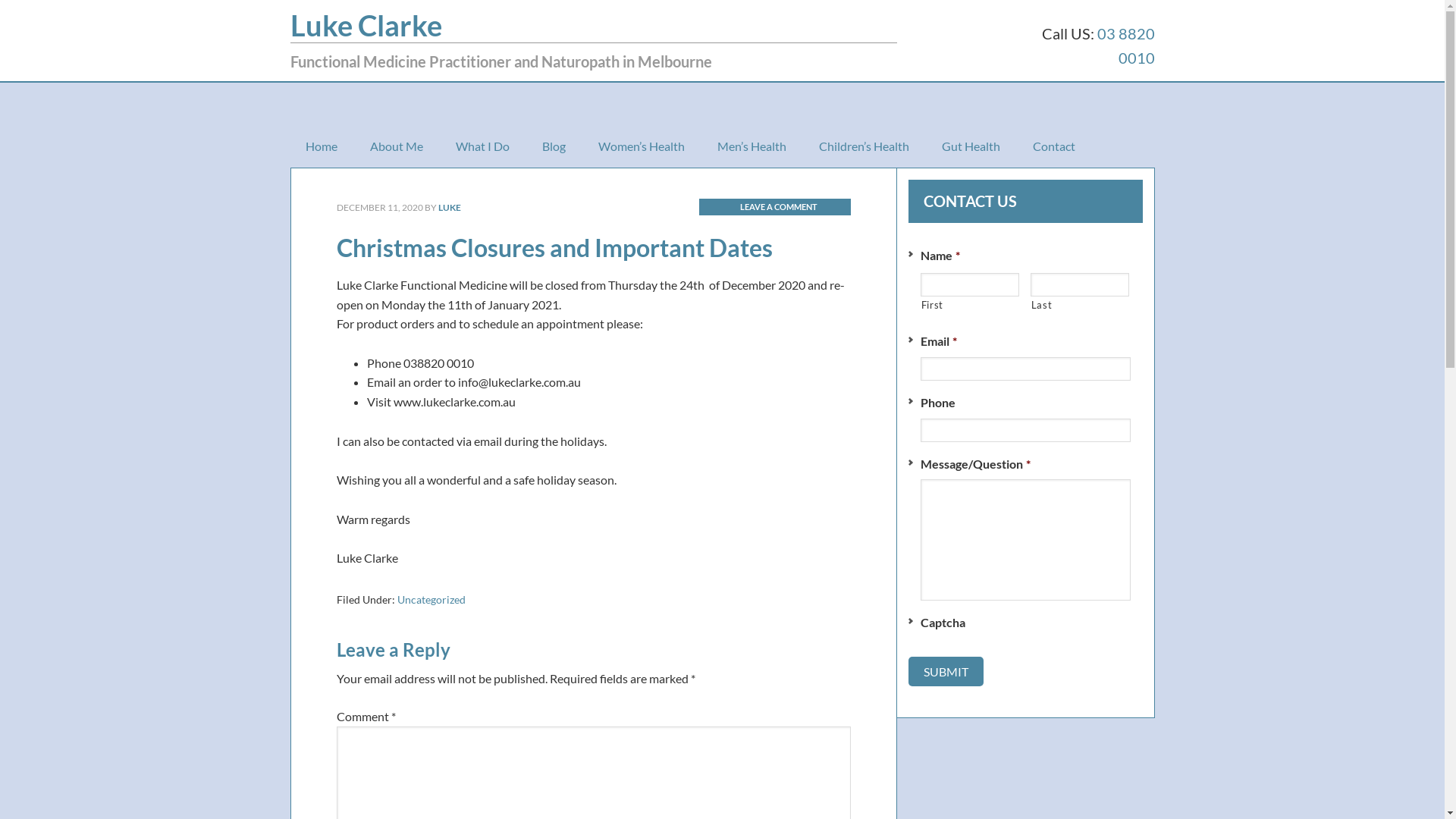  What do you see at coordinates (431, 598) in the screenshot?
I see `'Uncategorized'` at bounding box center [431, 598].